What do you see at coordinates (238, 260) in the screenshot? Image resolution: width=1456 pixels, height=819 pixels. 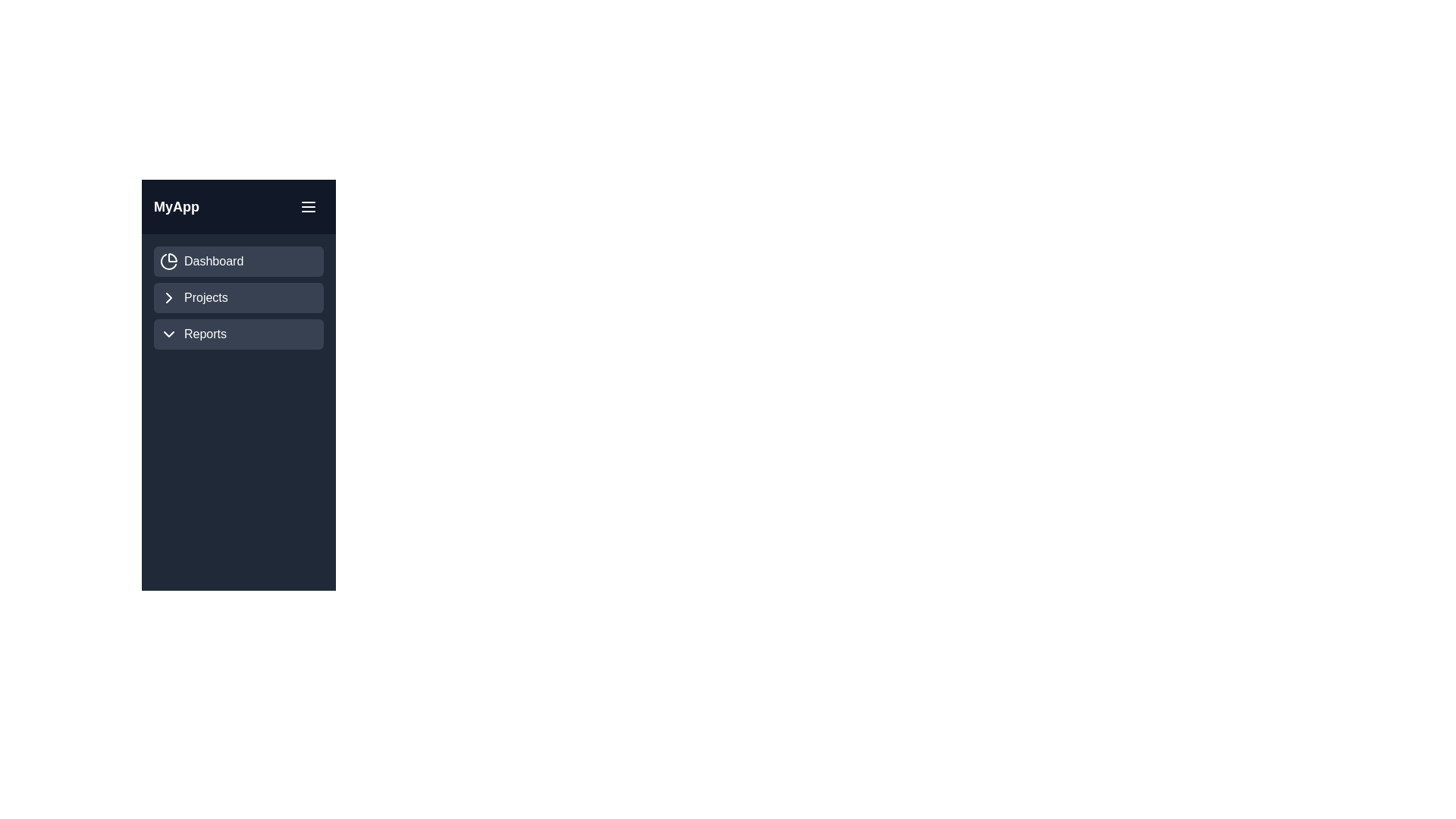 I see `the 'Dashboard' menu item to select it` at bounding box center [238, 260].